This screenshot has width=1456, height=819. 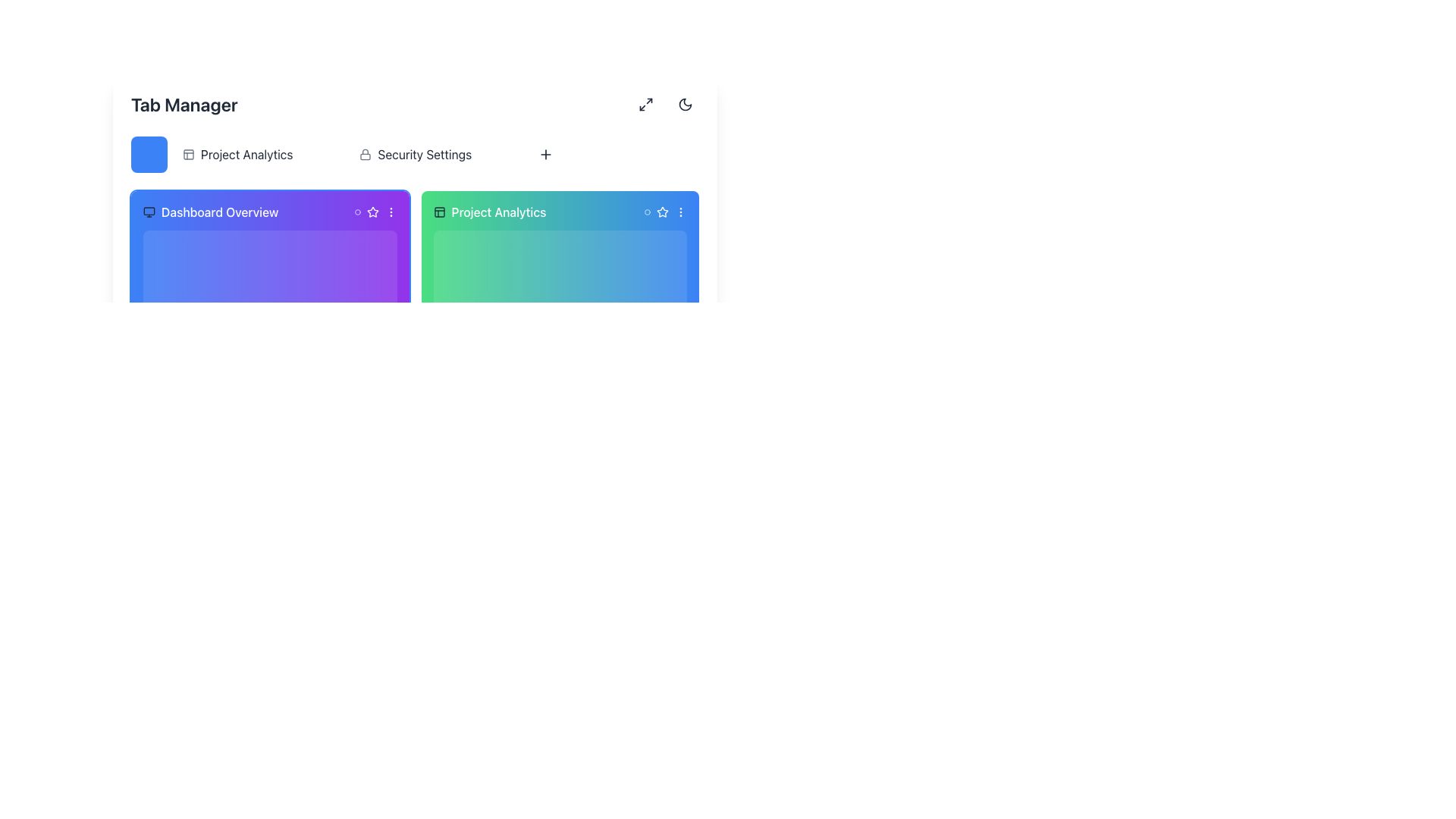 What do you see at coordinates (237, 155) in the screenshot?
I see `the 'Project Analytics' button located above the grid of colored panels, near the 'Tab Manager' heading` at bounding box center [237, 155].